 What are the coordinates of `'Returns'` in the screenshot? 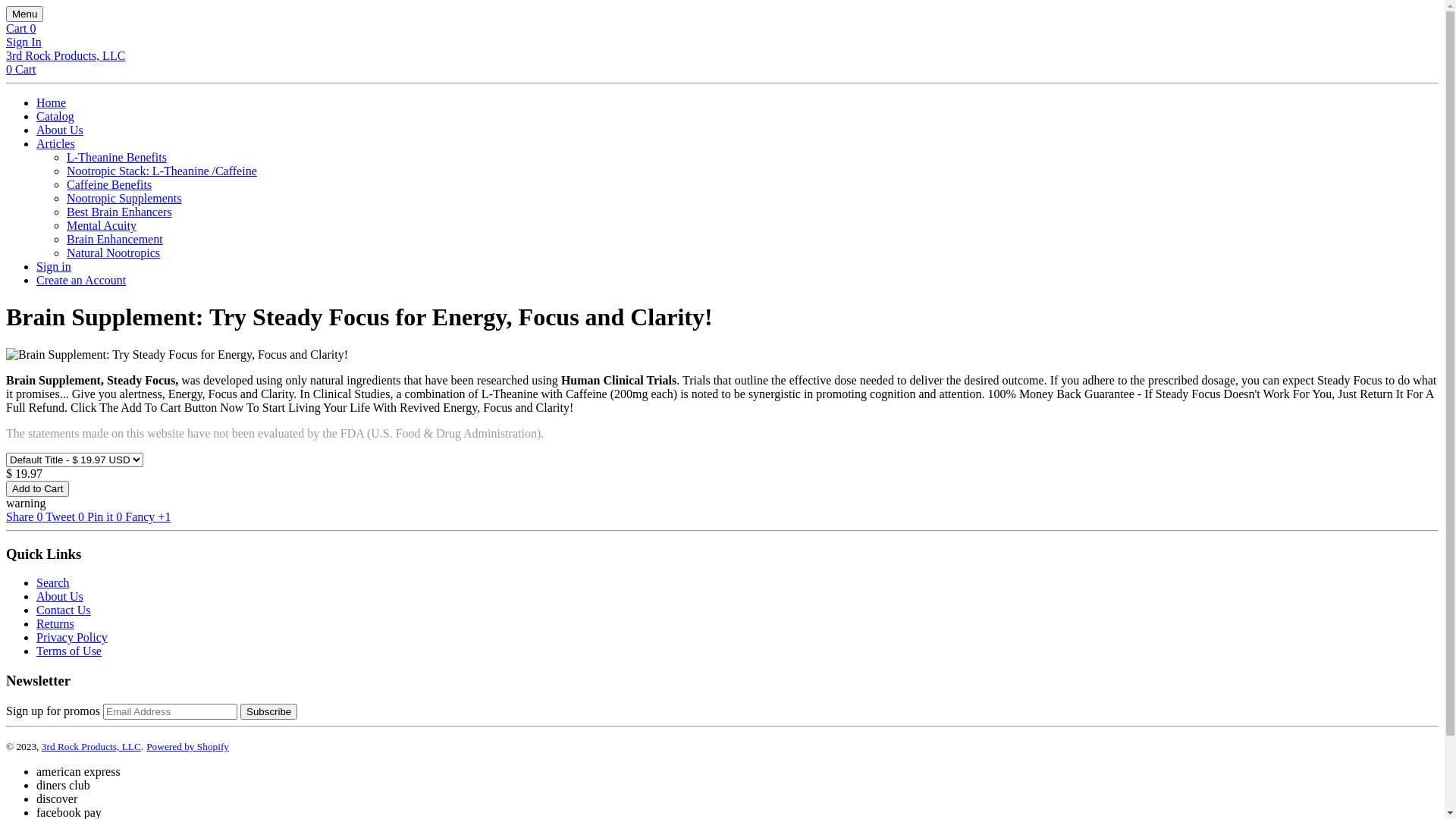 It's located at (55, 623).